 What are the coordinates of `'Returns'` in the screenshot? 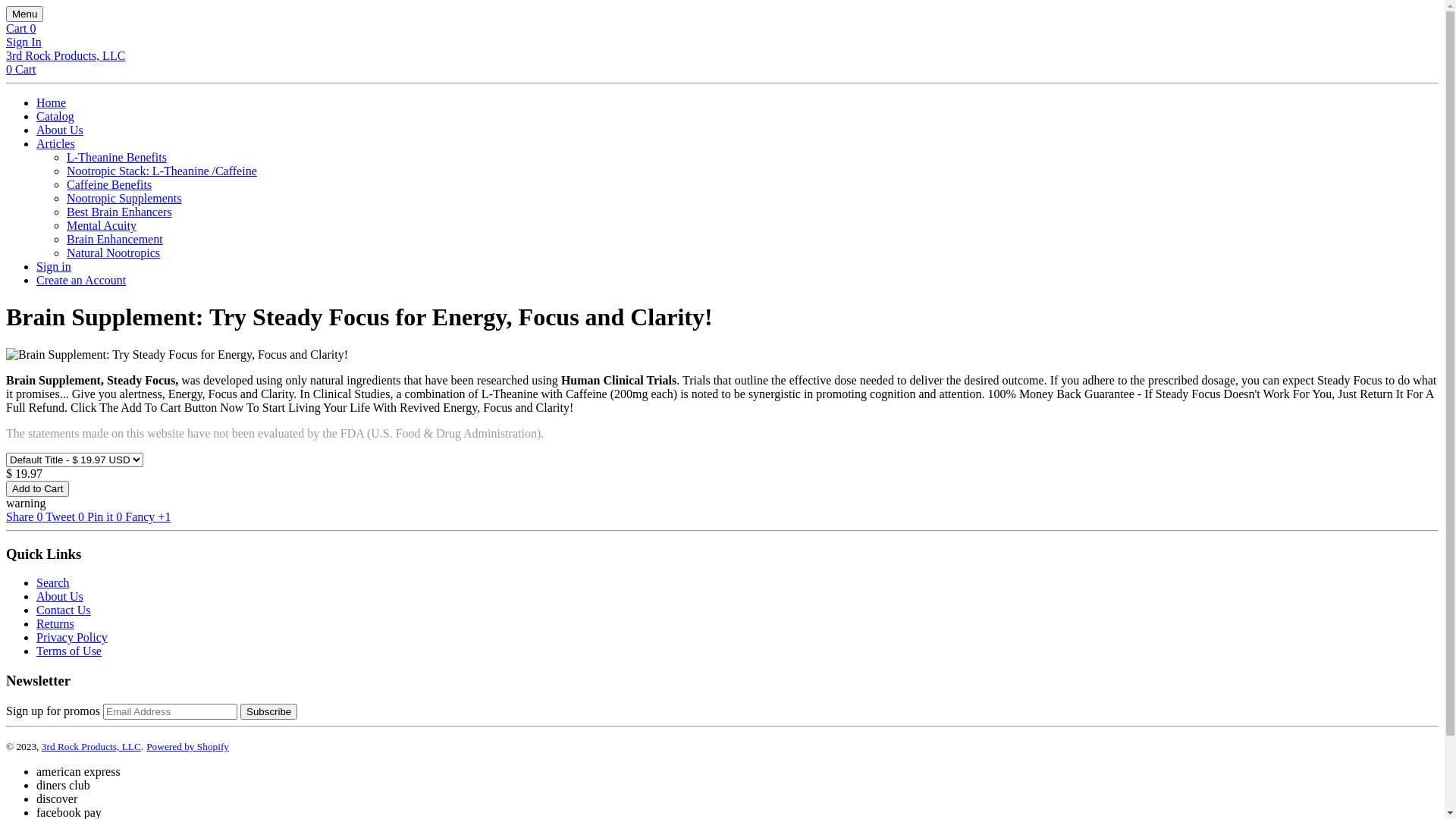 It's located at (55, 623).